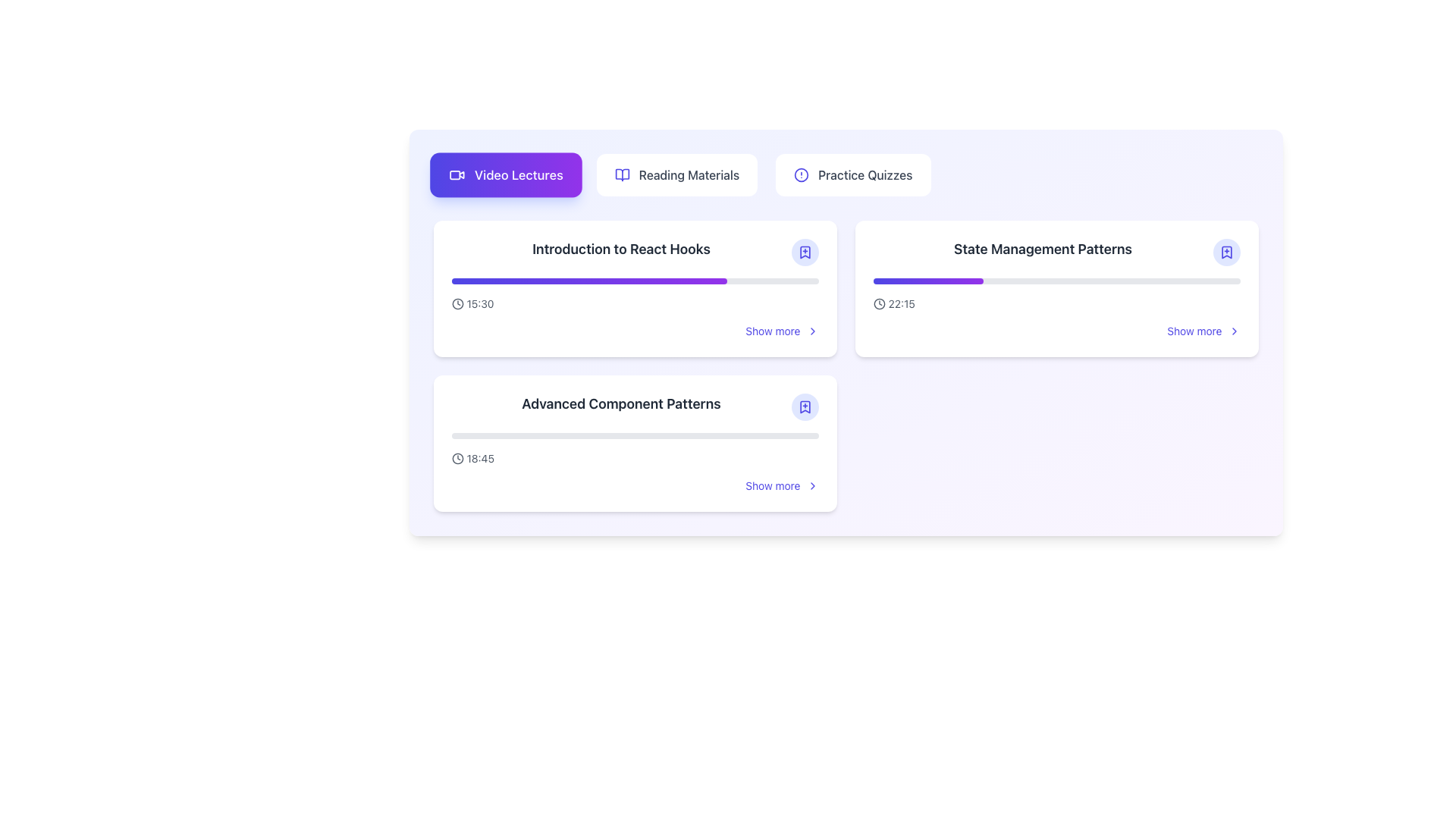 Image resolution: width=1456 pixels, height=819 pixels. I want to click on the bookmark icon located at the top-right of the 'State Management Patterns' card, so click(1226, 251).